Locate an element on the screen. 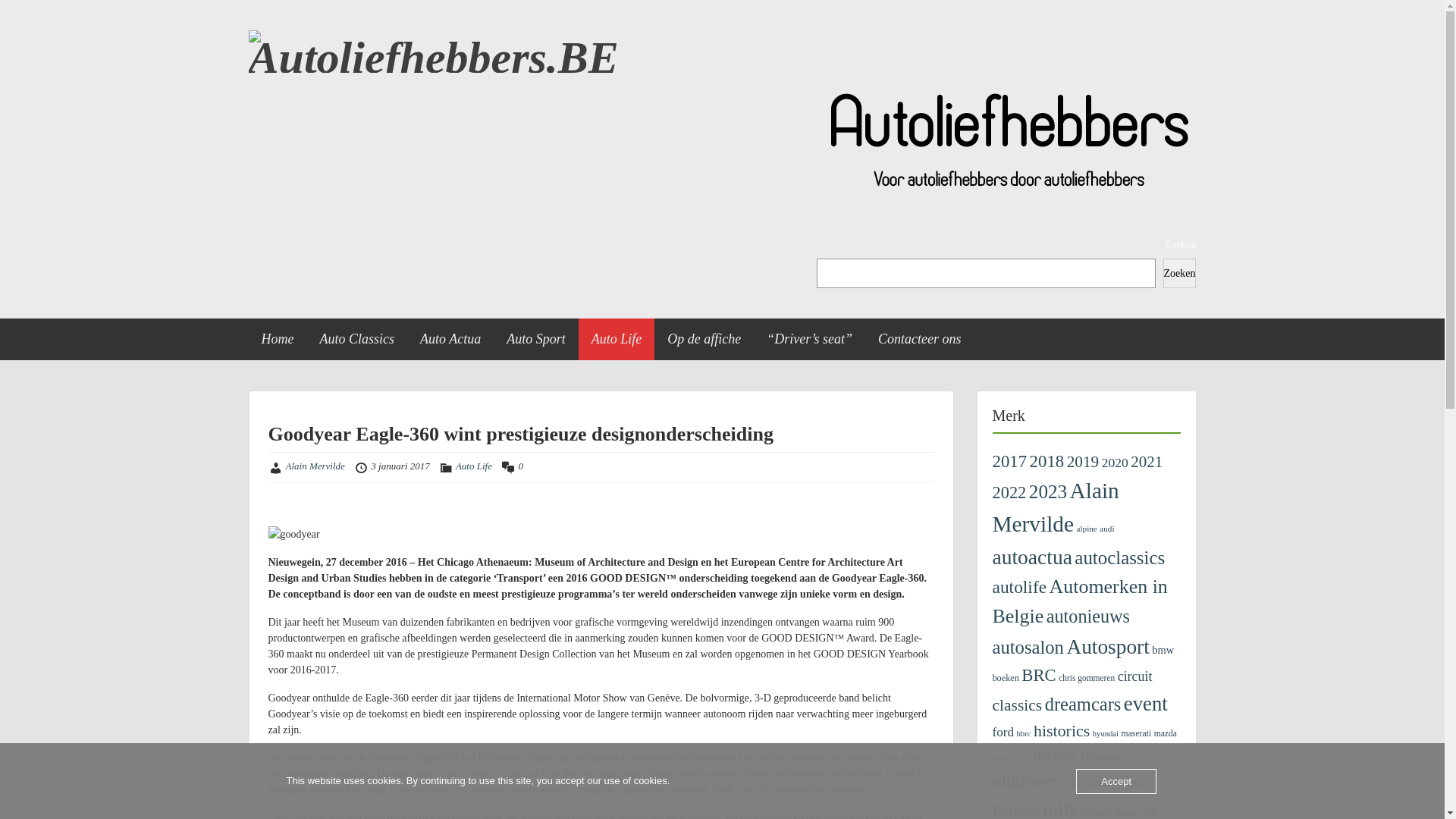 This screenshot has height=819, width=1456. 'mazda' is located at coordinates (1164, 733).